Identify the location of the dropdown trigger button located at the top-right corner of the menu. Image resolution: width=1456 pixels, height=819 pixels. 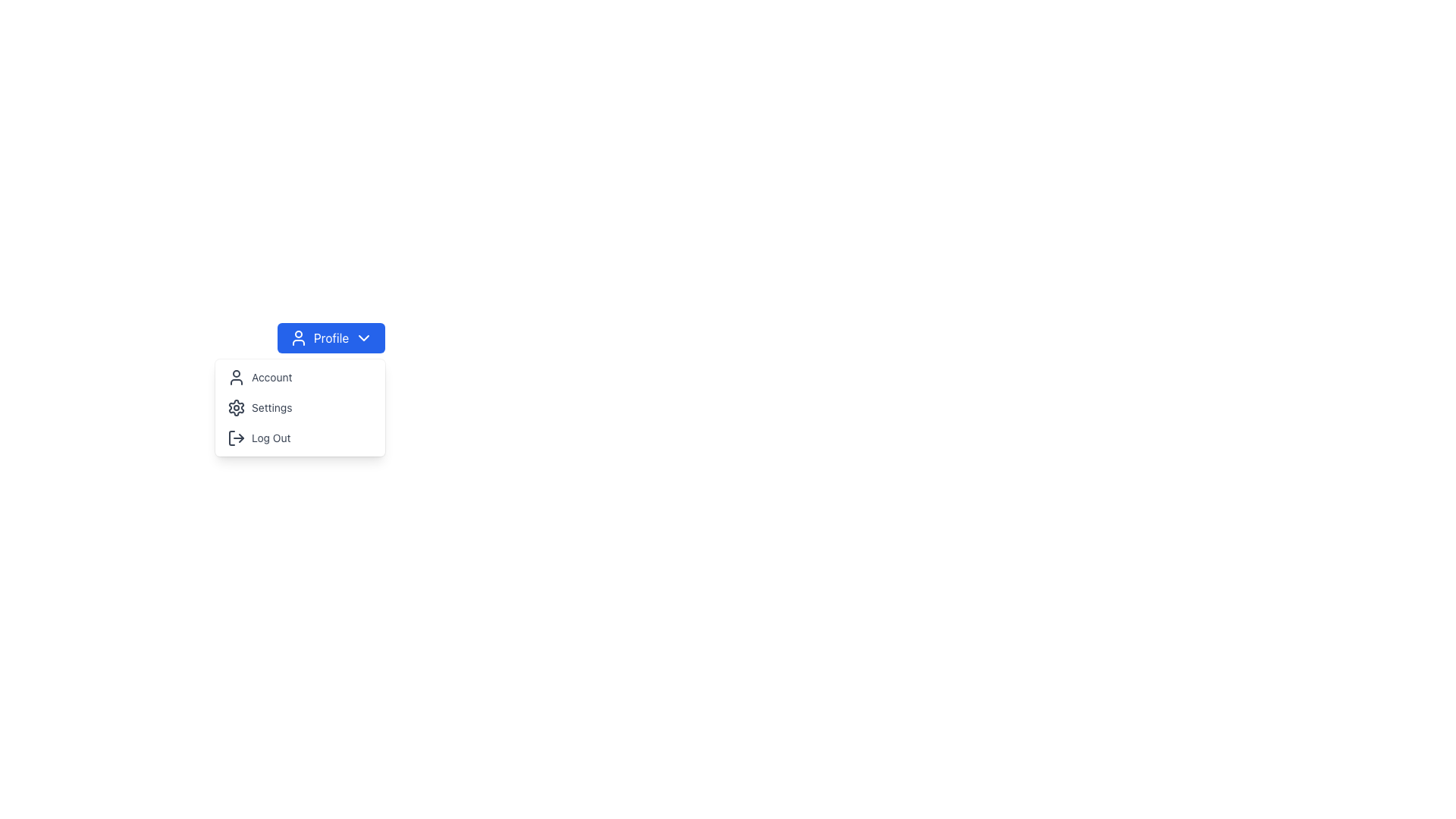
(330, 337).